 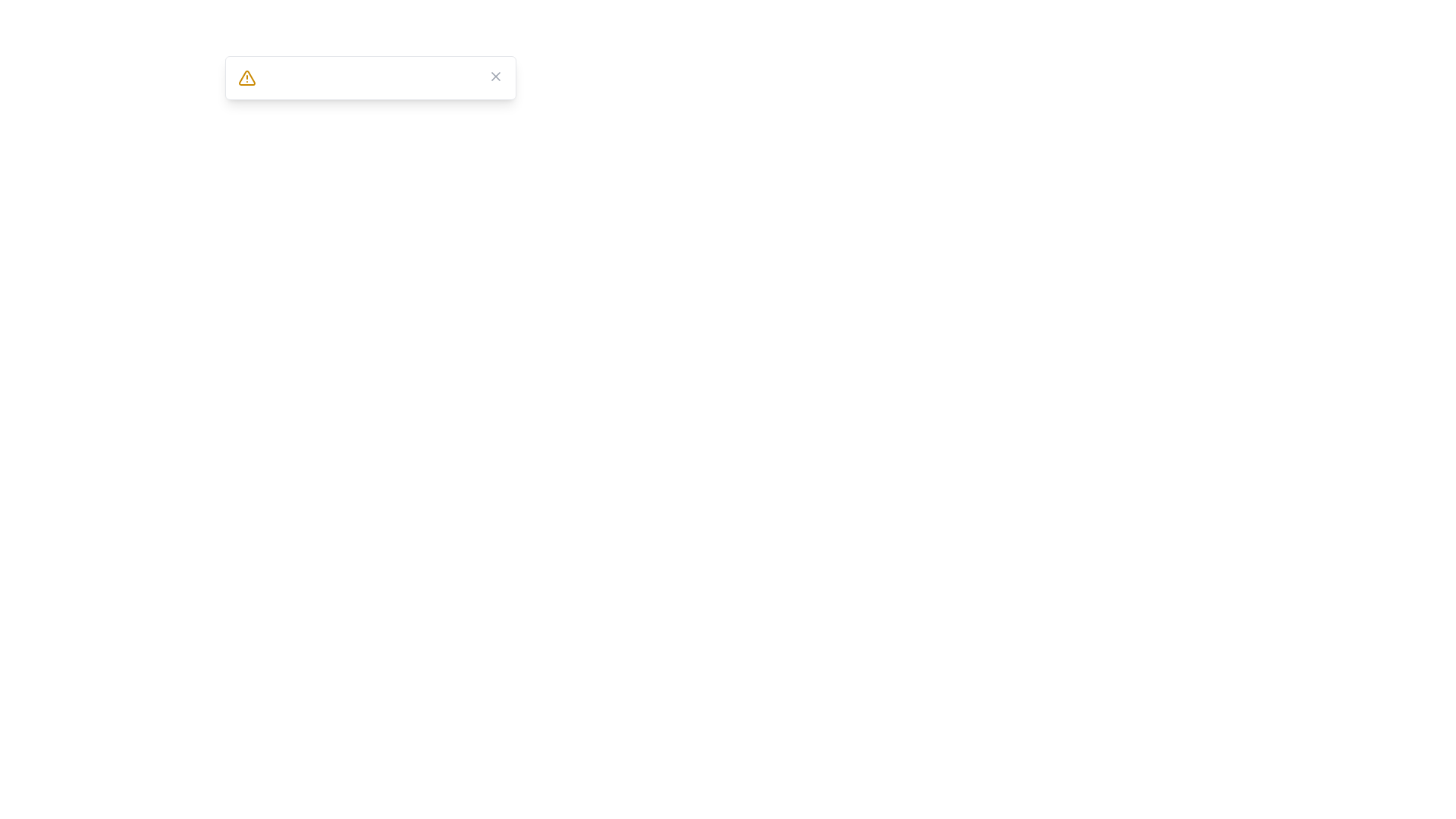 What do you see at coordinates (495, 76) in the screenshot?
I see `the close or dismiss icon located on the far right side of the white interface panel, which is adjacent to a yellow warning triangle` at bounding box center [495, 76].